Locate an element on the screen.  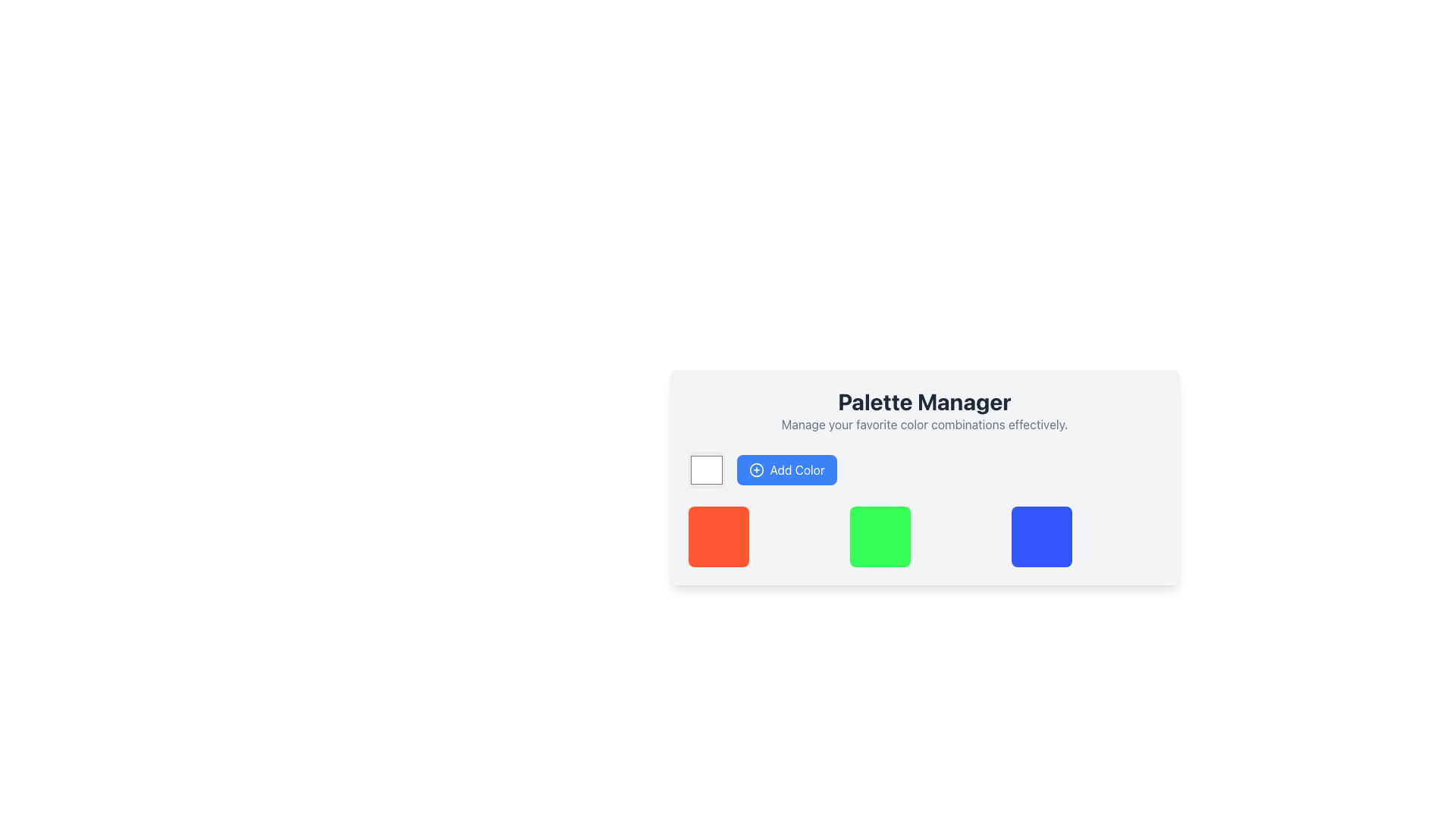
the 'Add Color' button, which is a rectangular button with rounded corners, blue background, and white text, located to the right of the color picker is located at coordinates (786, 469).